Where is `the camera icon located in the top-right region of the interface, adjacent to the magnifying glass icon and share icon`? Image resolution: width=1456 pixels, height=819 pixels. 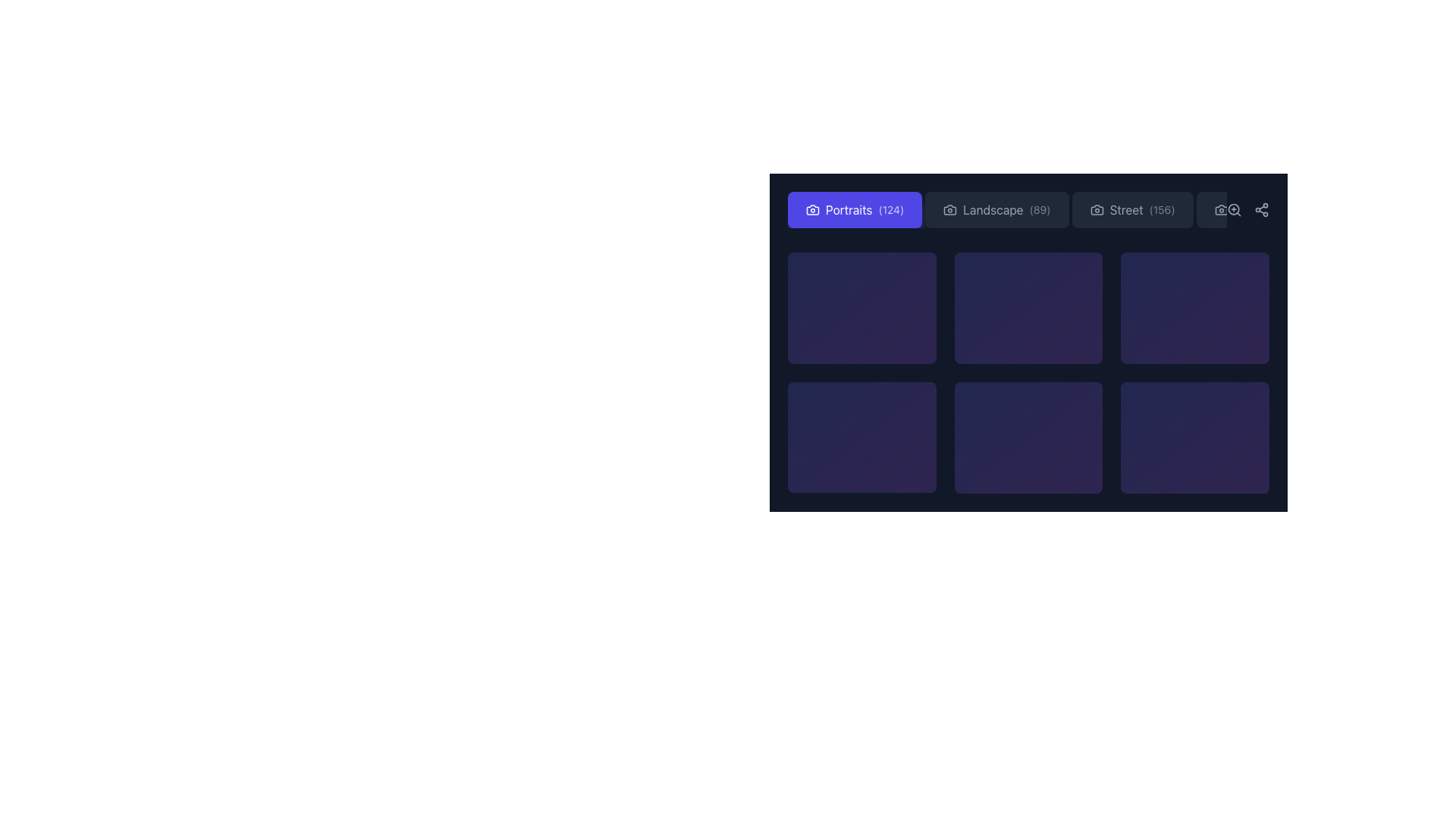
the camera icon located in the top-right region of the interface, adjacent to the magnifying glass icon and share icon is located at coordinates (1221, 210).